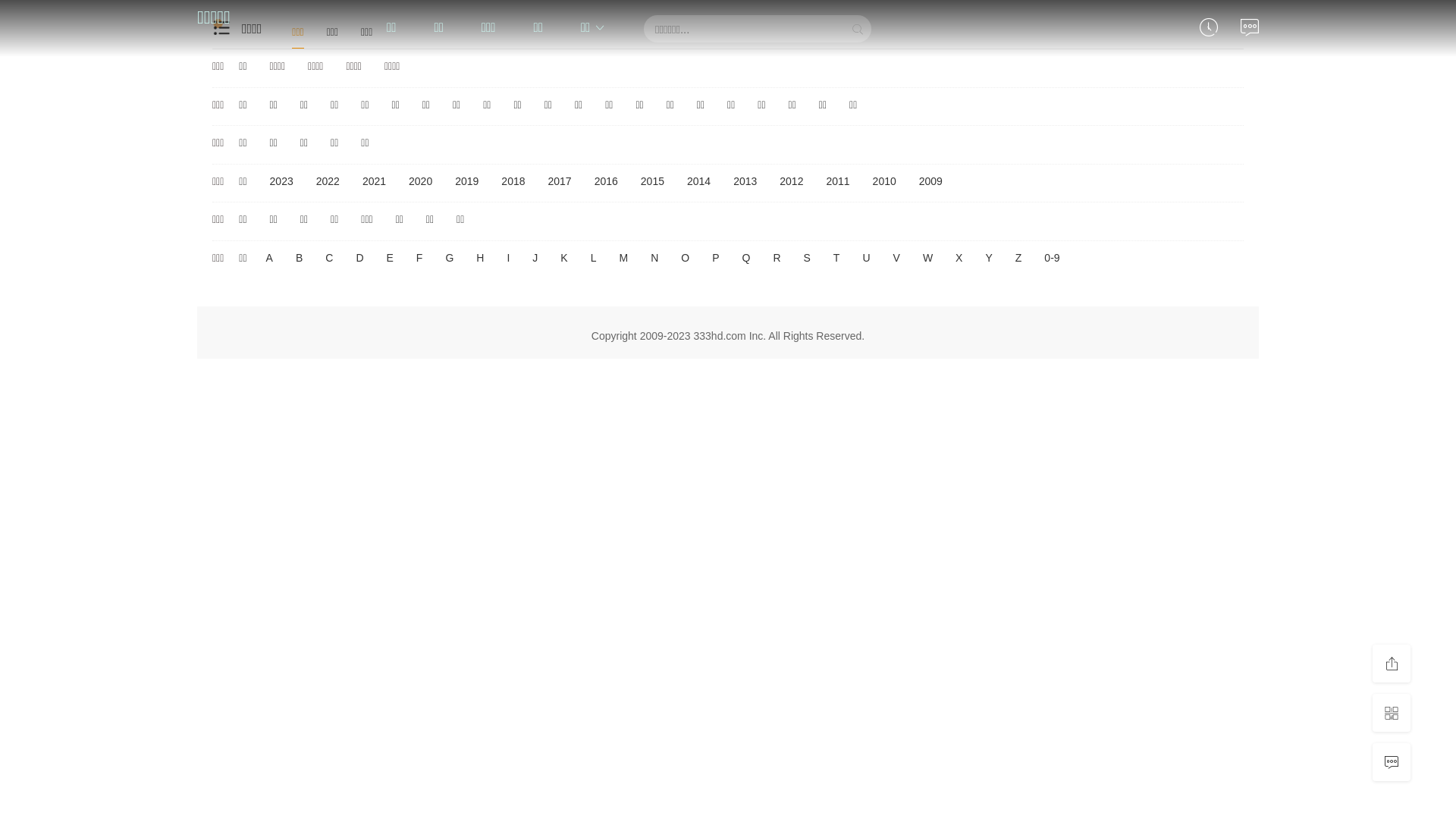 The height and width of the screenshot is (819, 1456). Describe the element at coordinates (927, 257) in the screenshot. I see `'W'` at that location.